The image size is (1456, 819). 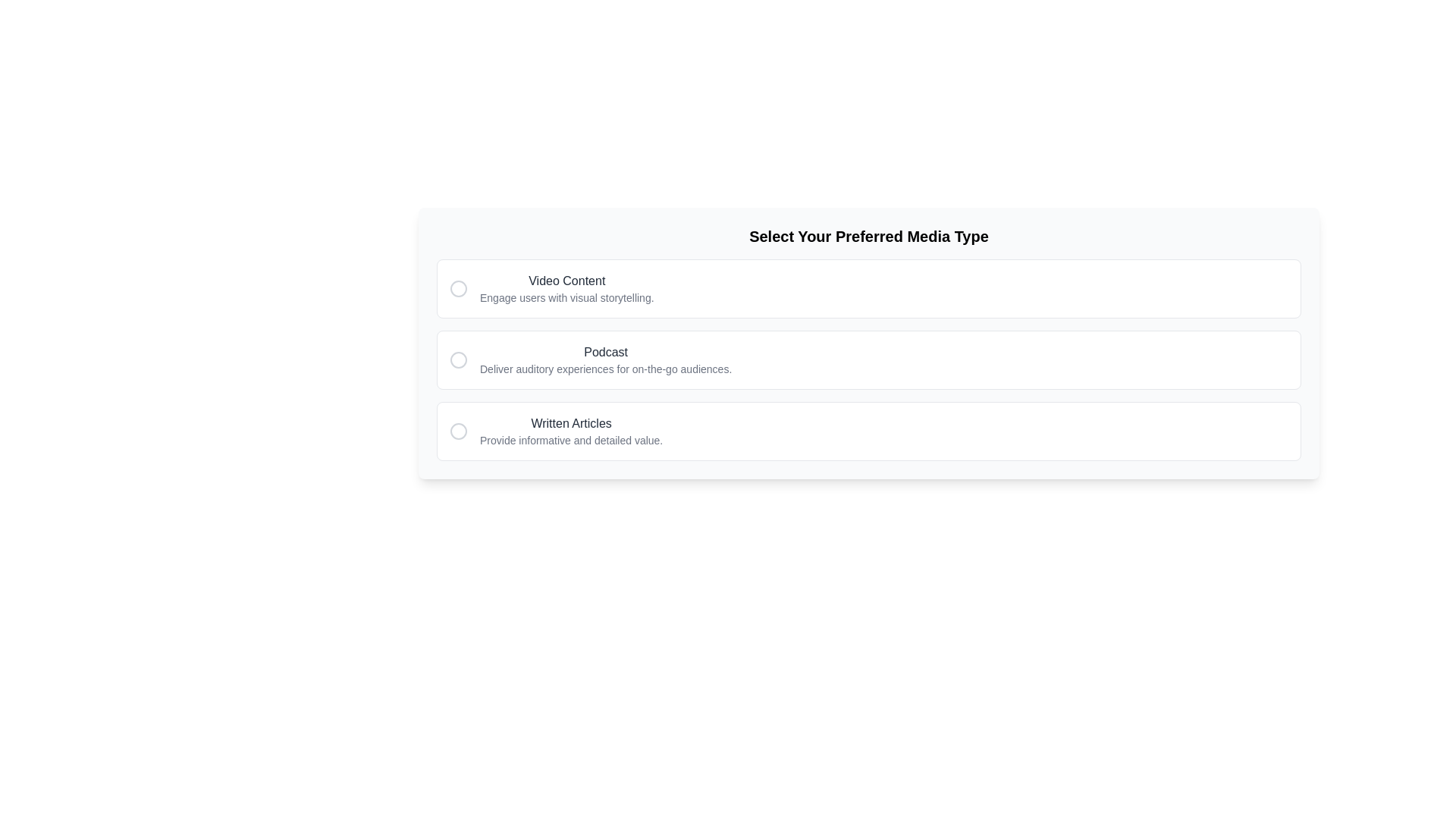 I want to click on the 'Written Articles' label in the 'Select Your Preferred Media Type' form, which is the third option in a vertically stacked list of media type options, so click(x=570, y=424).